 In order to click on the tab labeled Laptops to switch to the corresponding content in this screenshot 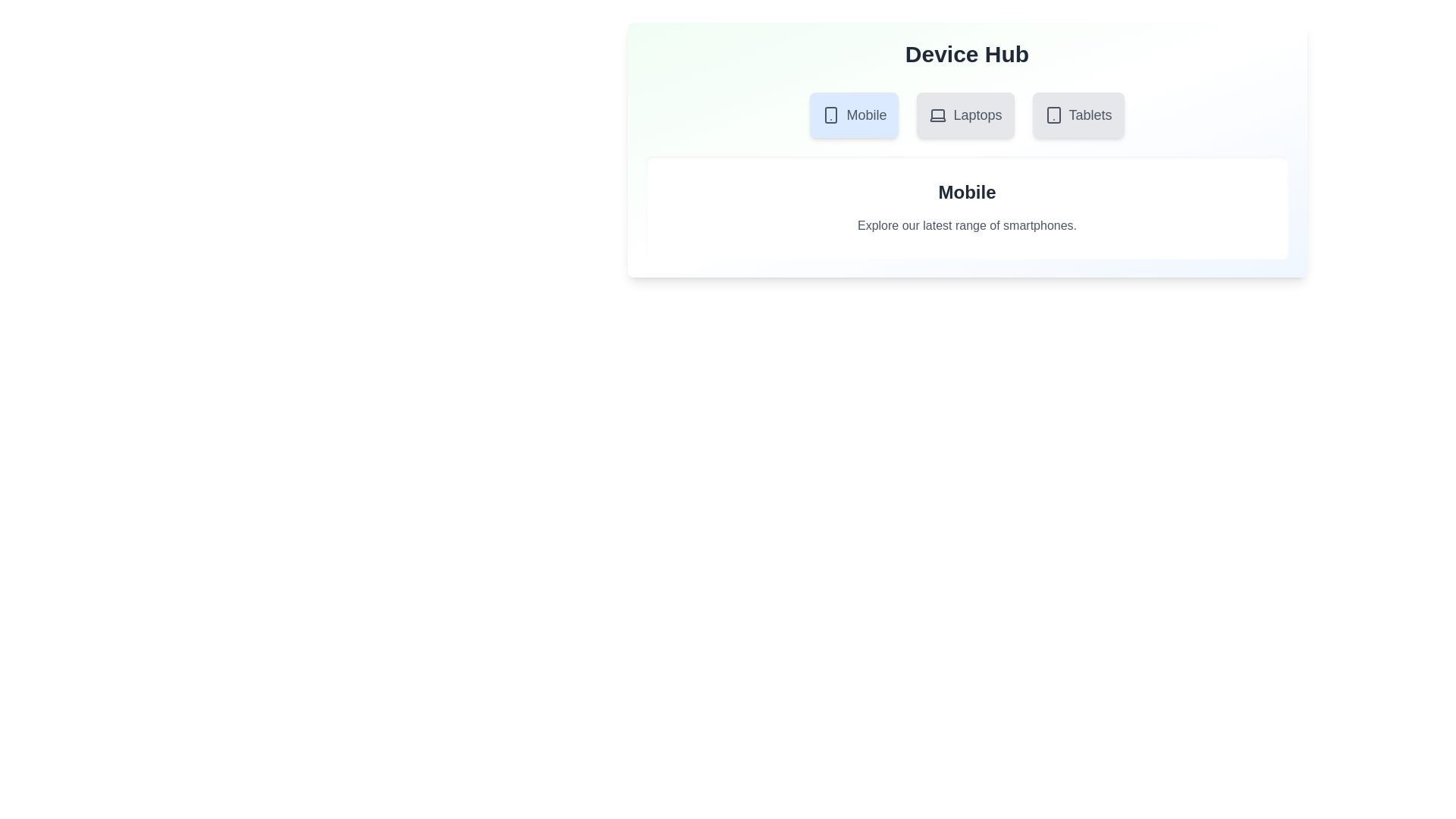, I will do `click(965, 114)`.